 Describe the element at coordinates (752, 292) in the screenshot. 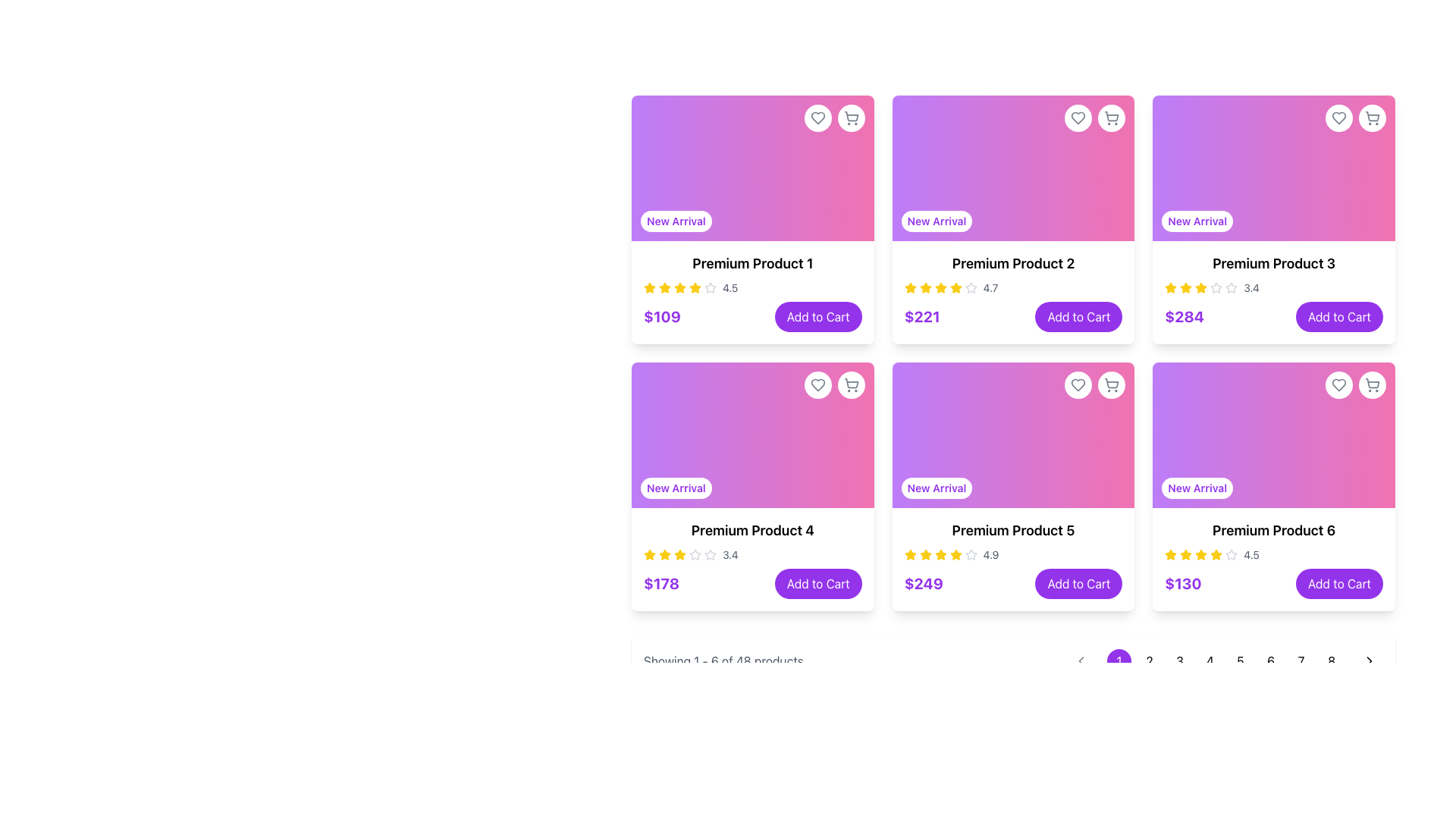

I see `the stars in the product card located at the top-left corner of the grid layout` at that location.